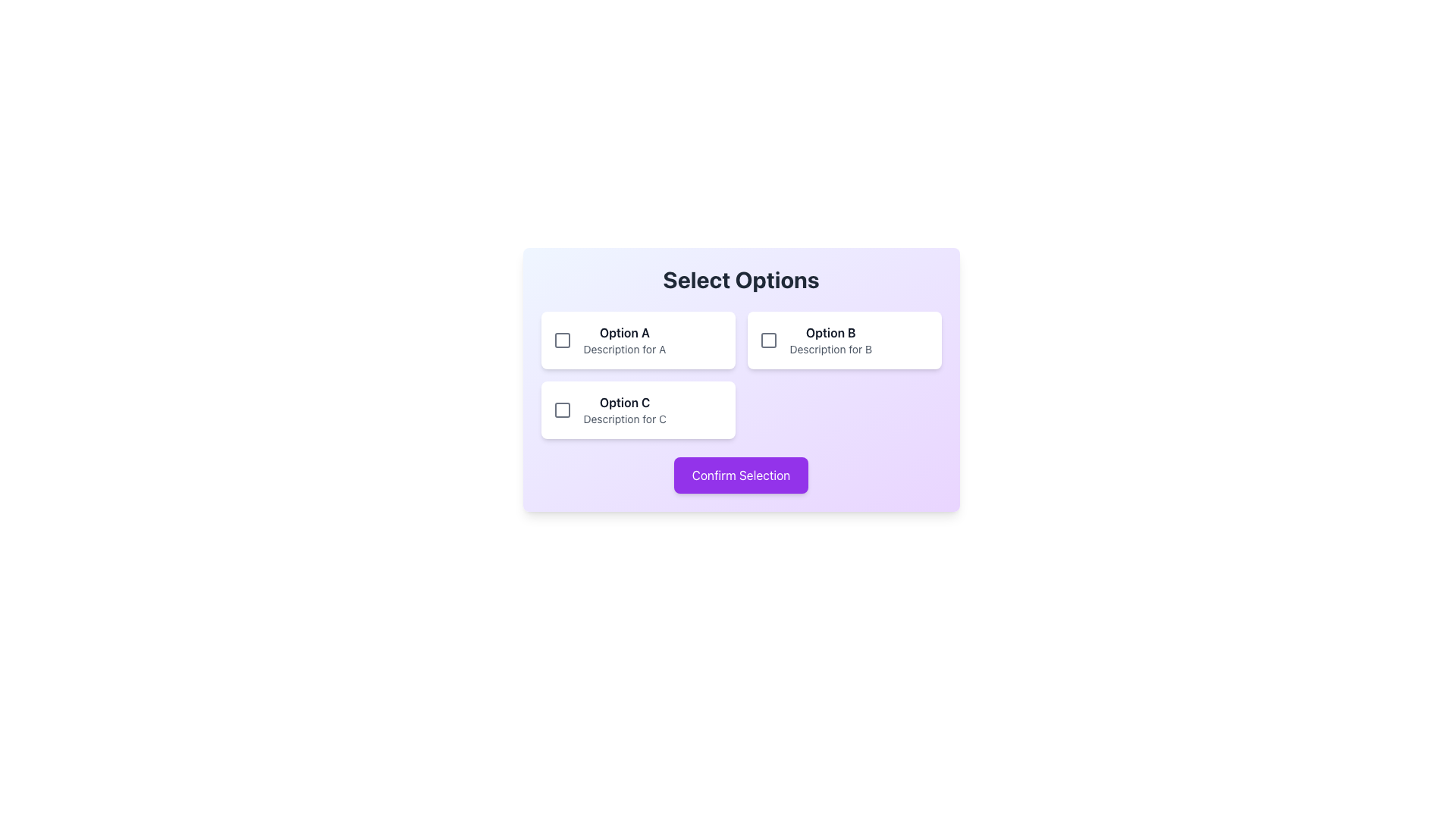  What do you see at coordinates (561, 339) in the screenshot?
I see `keyboard navigation` at bounding box center [561, 339].